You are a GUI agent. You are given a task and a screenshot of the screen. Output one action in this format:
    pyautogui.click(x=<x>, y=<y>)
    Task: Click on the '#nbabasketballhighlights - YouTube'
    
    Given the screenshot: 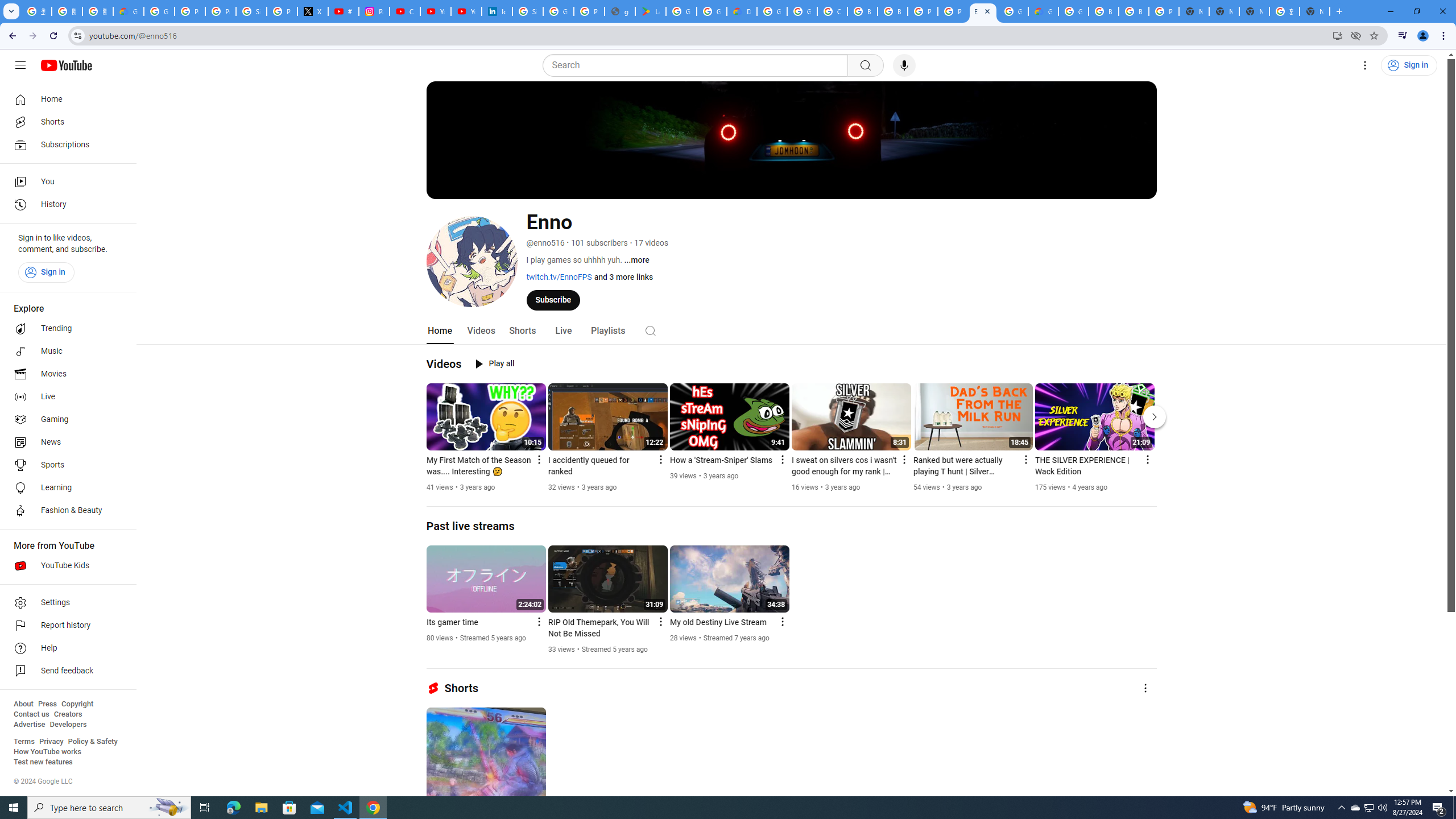 What is the action you would take?
    pyautogui.click(x=343, y=11)
    